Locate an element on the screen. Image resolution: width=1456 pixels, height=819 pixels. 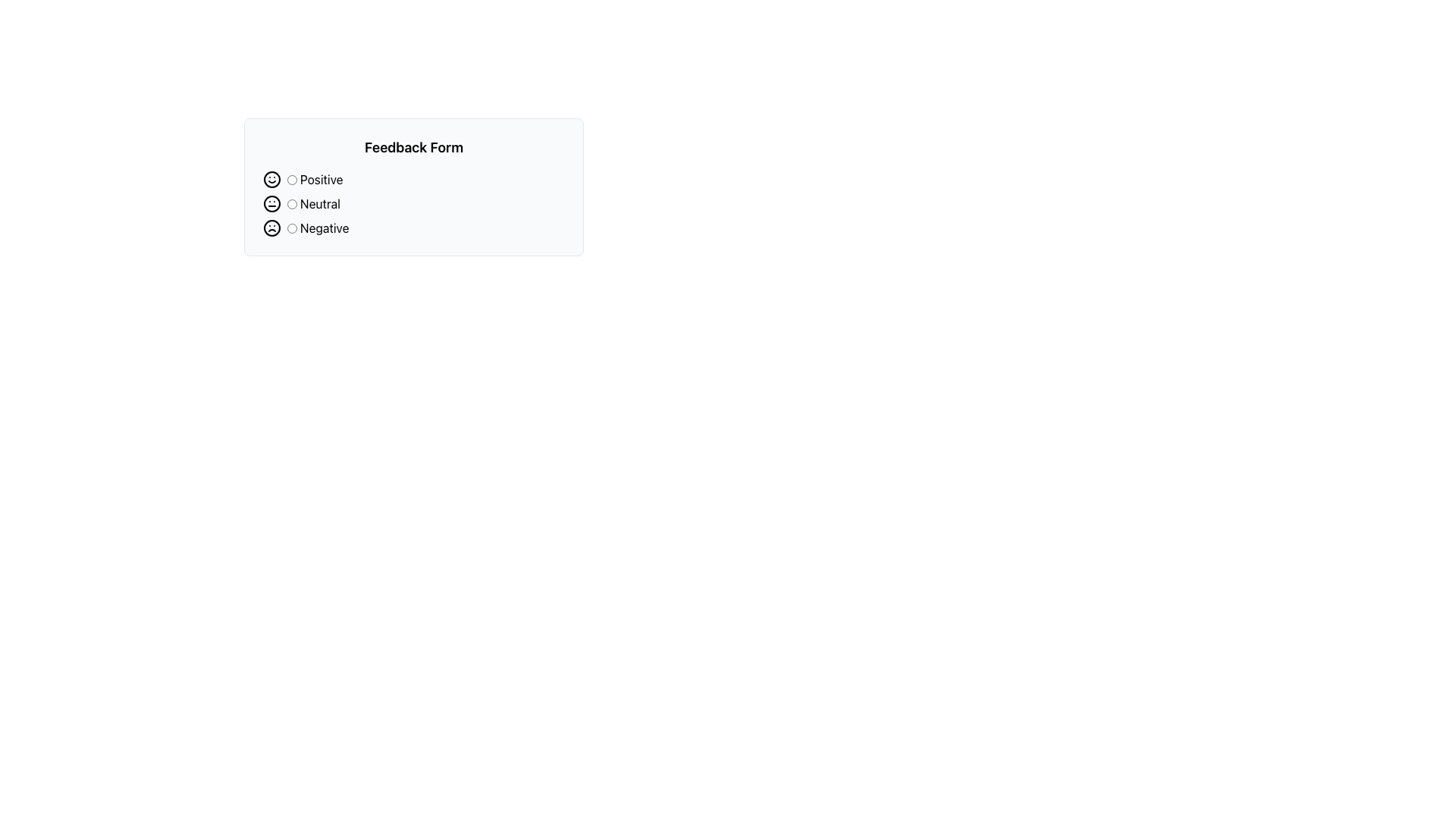
circular outline of the neutral face icon located in the middle row of feedback options for debugging purposes is located at coordinates (272, 203).